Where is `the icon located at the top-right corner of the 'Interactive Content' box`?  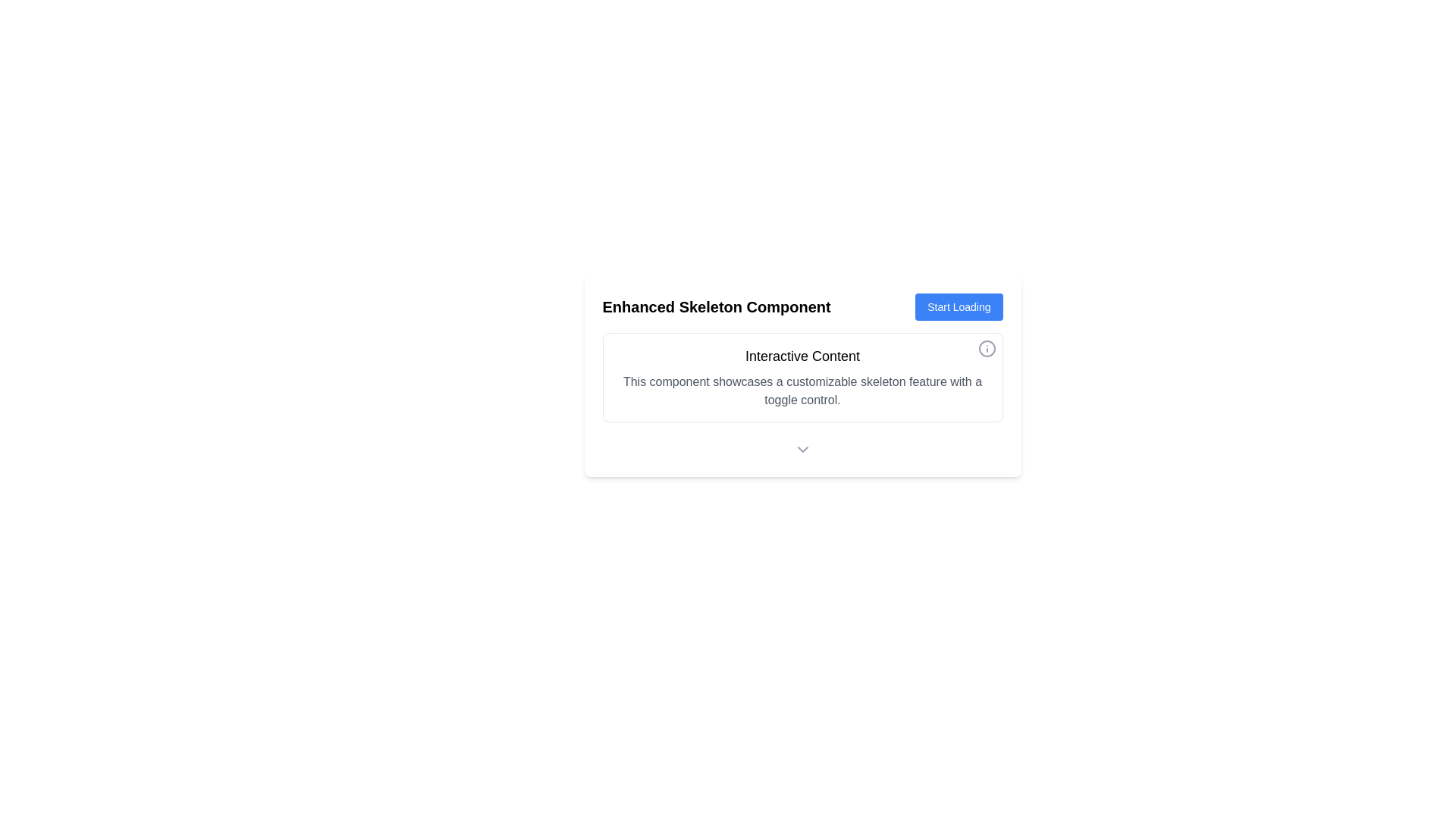 the icon located at the top-right corner of the 'Interactive Content' box is located at coordinates (987, 348).